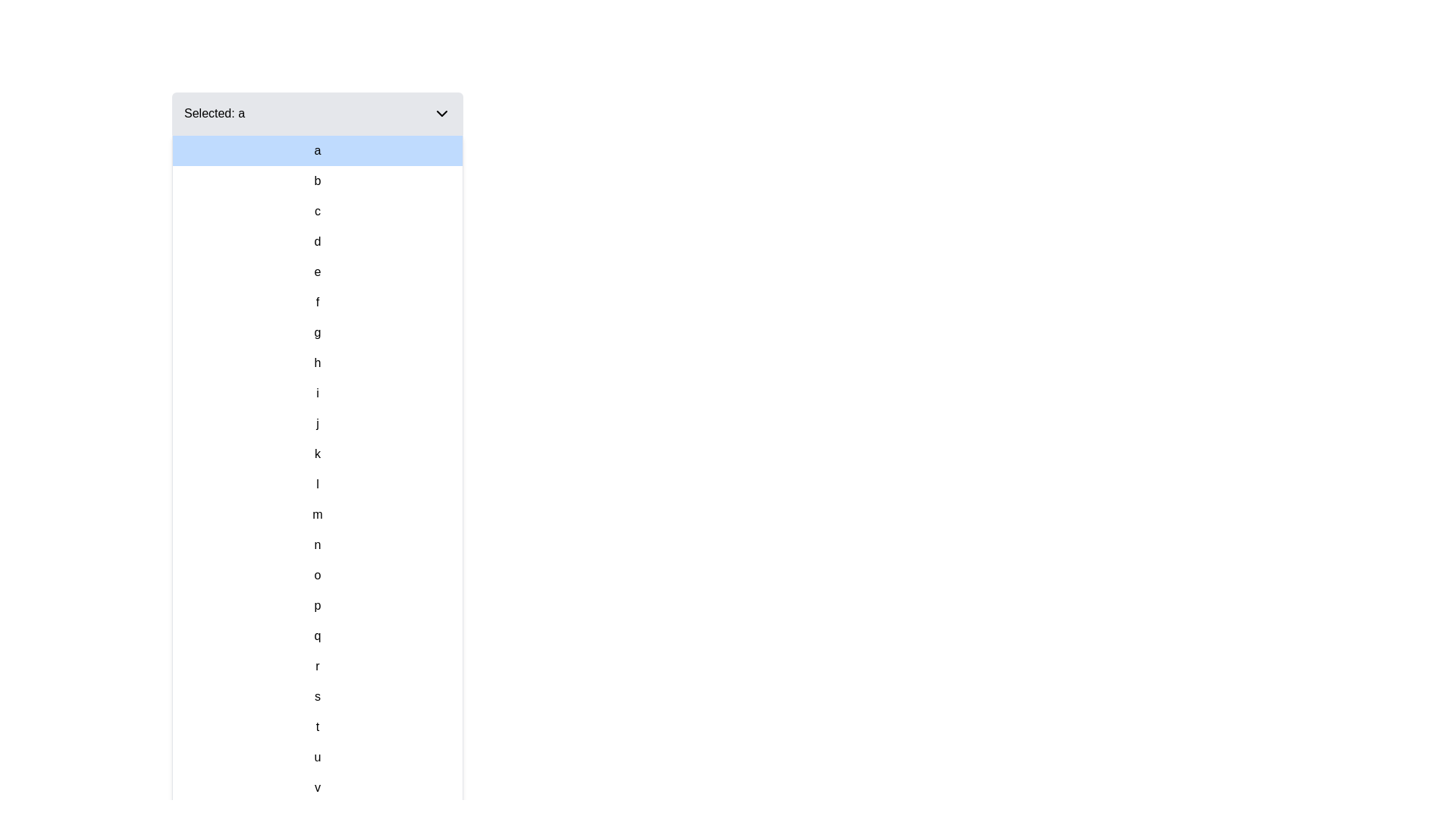 This screenshot has height=819, width=1456. Describe the element at coordinates (316, 302) in the screenshot. I see `the sixth option 'f' in the dropdown menu, which is located between 'e' and 'g' within a bordered white background box` at that location.